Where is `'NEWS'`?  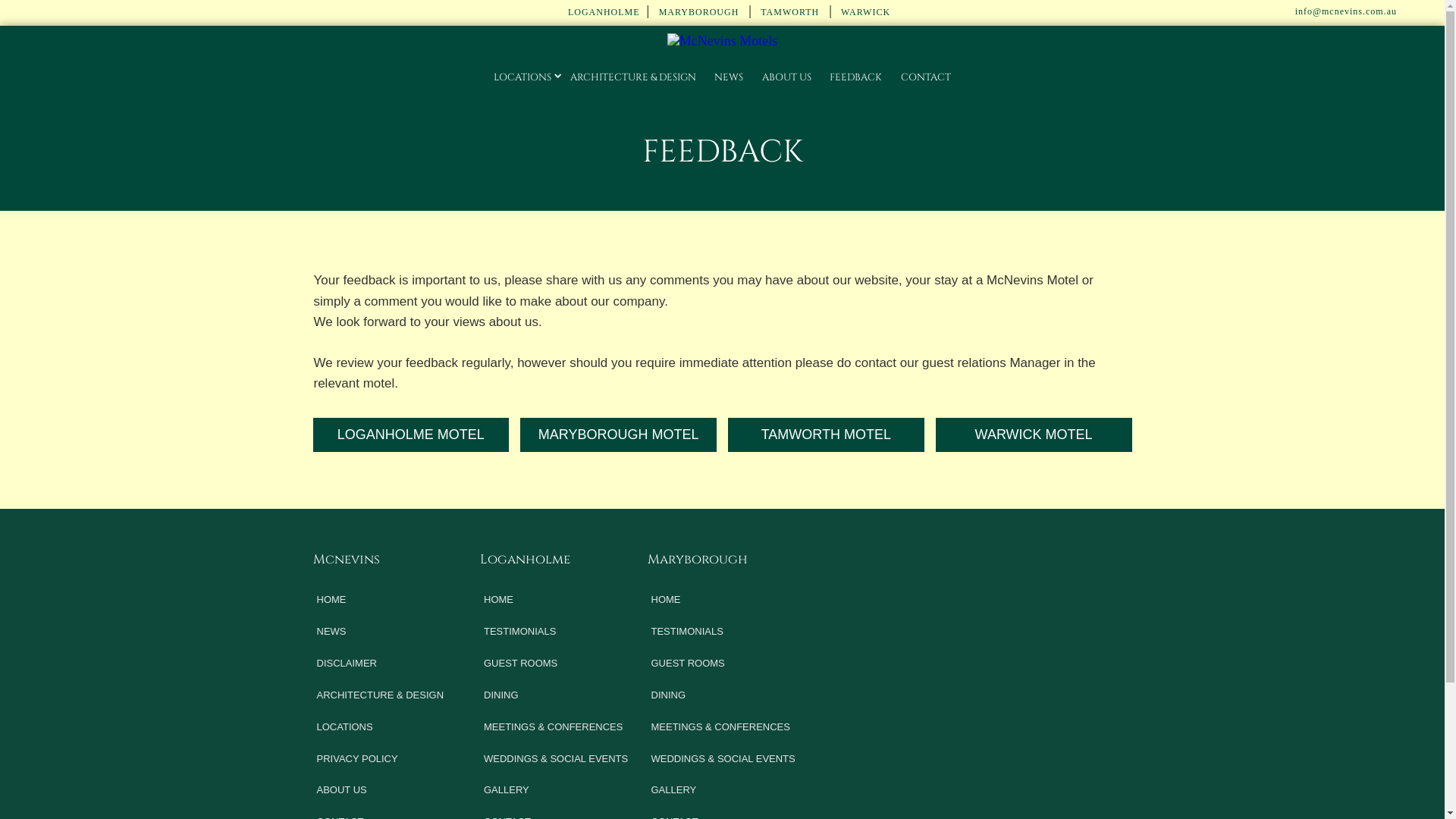 'NEWS' is located at coordinates (381, 632).